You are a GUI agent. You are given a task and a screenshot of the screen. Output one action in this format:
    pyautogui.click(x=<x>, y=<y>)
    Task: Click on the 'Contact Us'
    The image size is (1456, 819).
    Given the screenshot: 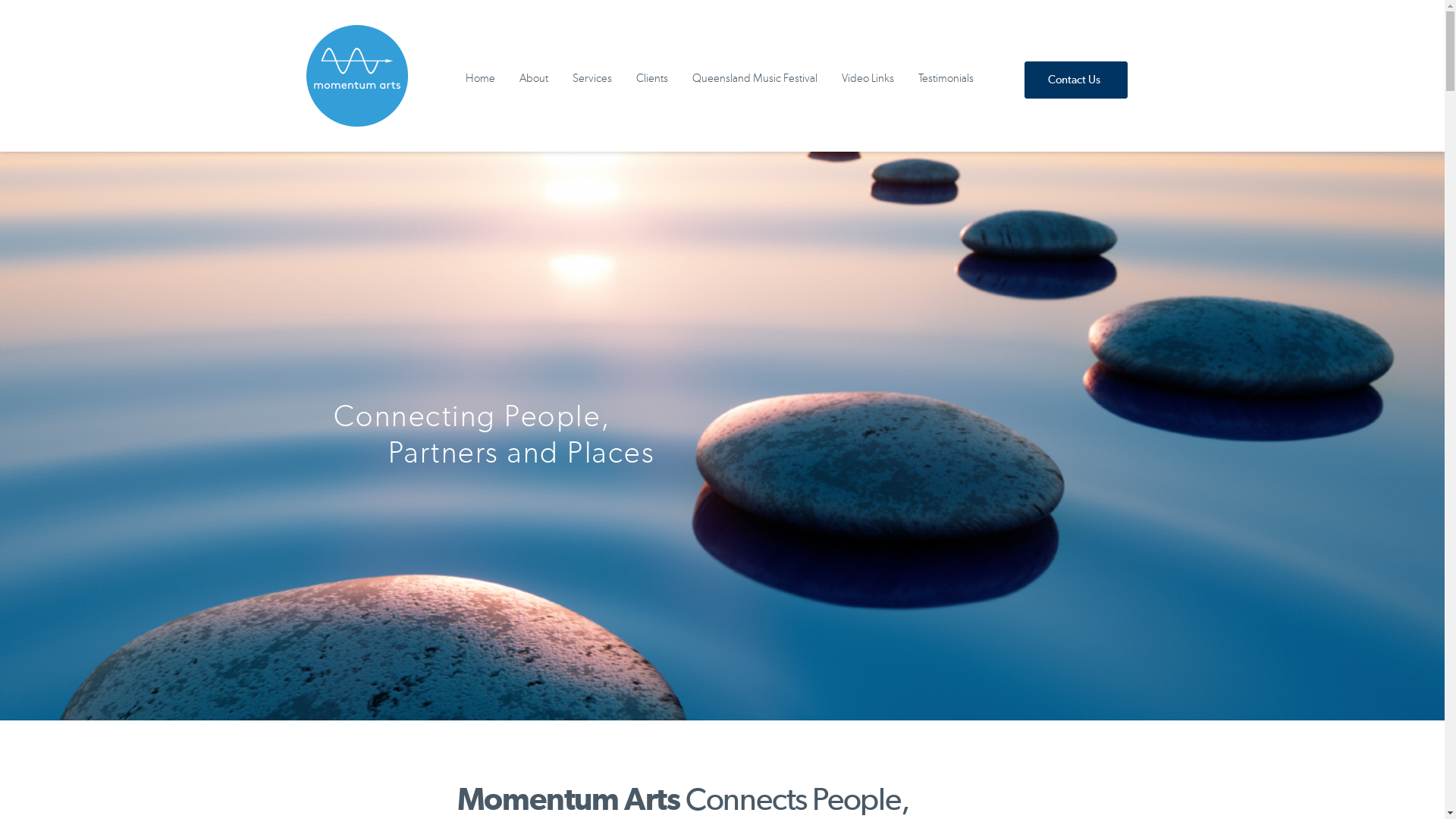 What is the action you would take?
    pyautogui.click(x=1024, y=80)
    